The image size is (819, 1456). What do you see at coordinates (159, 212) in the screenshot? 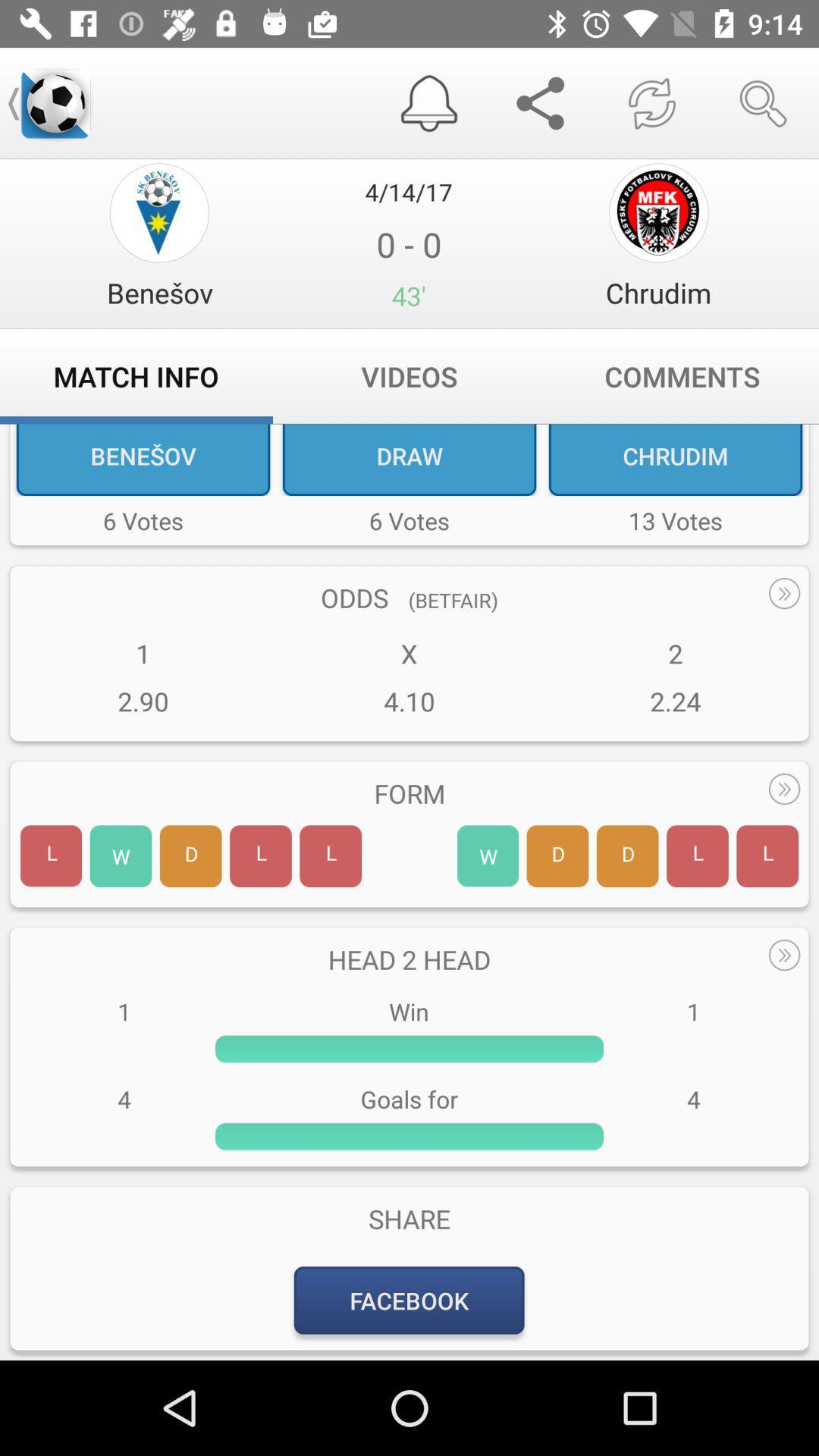
I see `the avatar icon` at bounding box center [159, 212].